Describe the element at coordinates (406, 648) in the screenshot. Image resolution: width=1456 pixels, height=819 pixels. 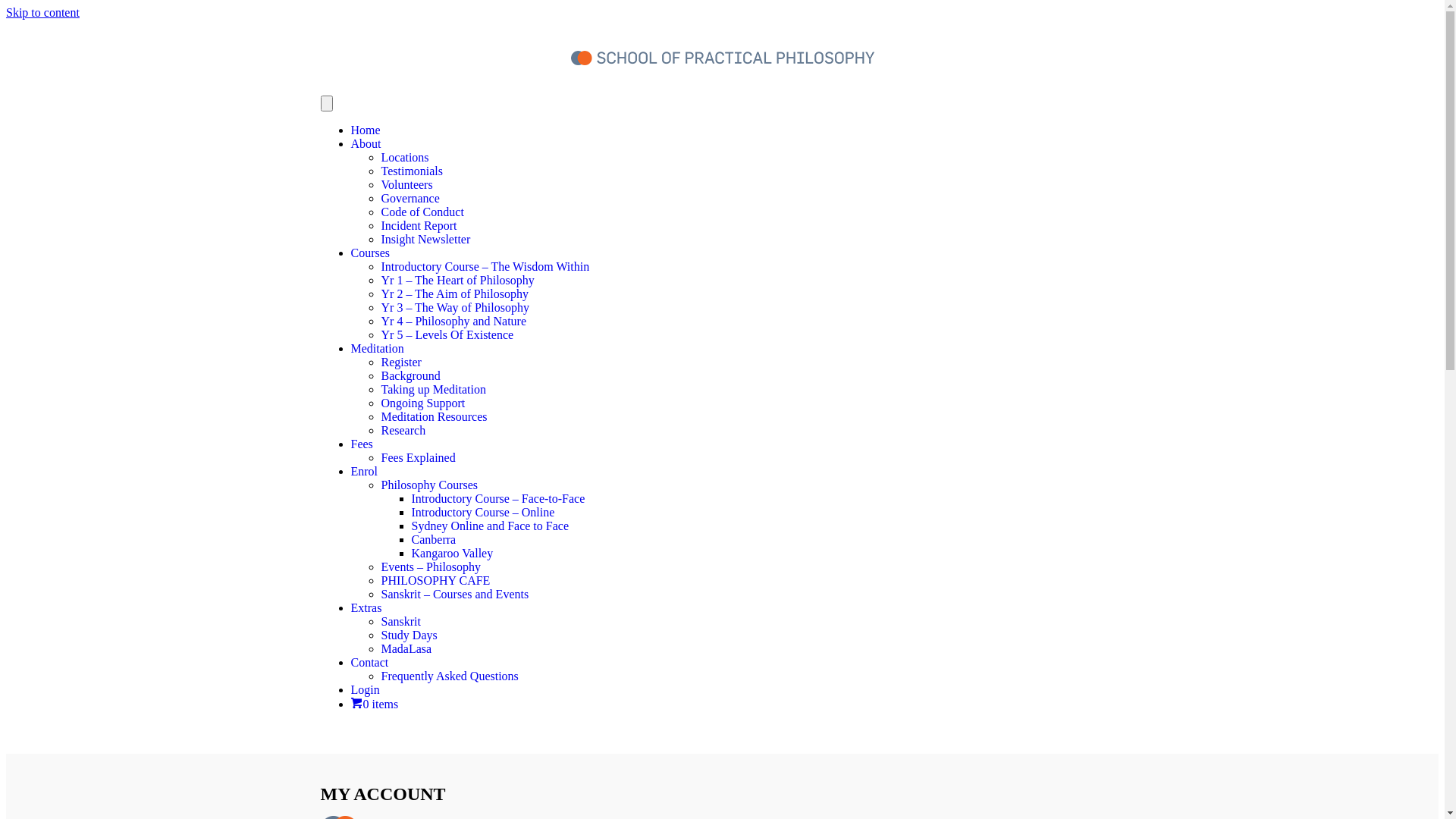
I see `'MadaLasa'` at that location.